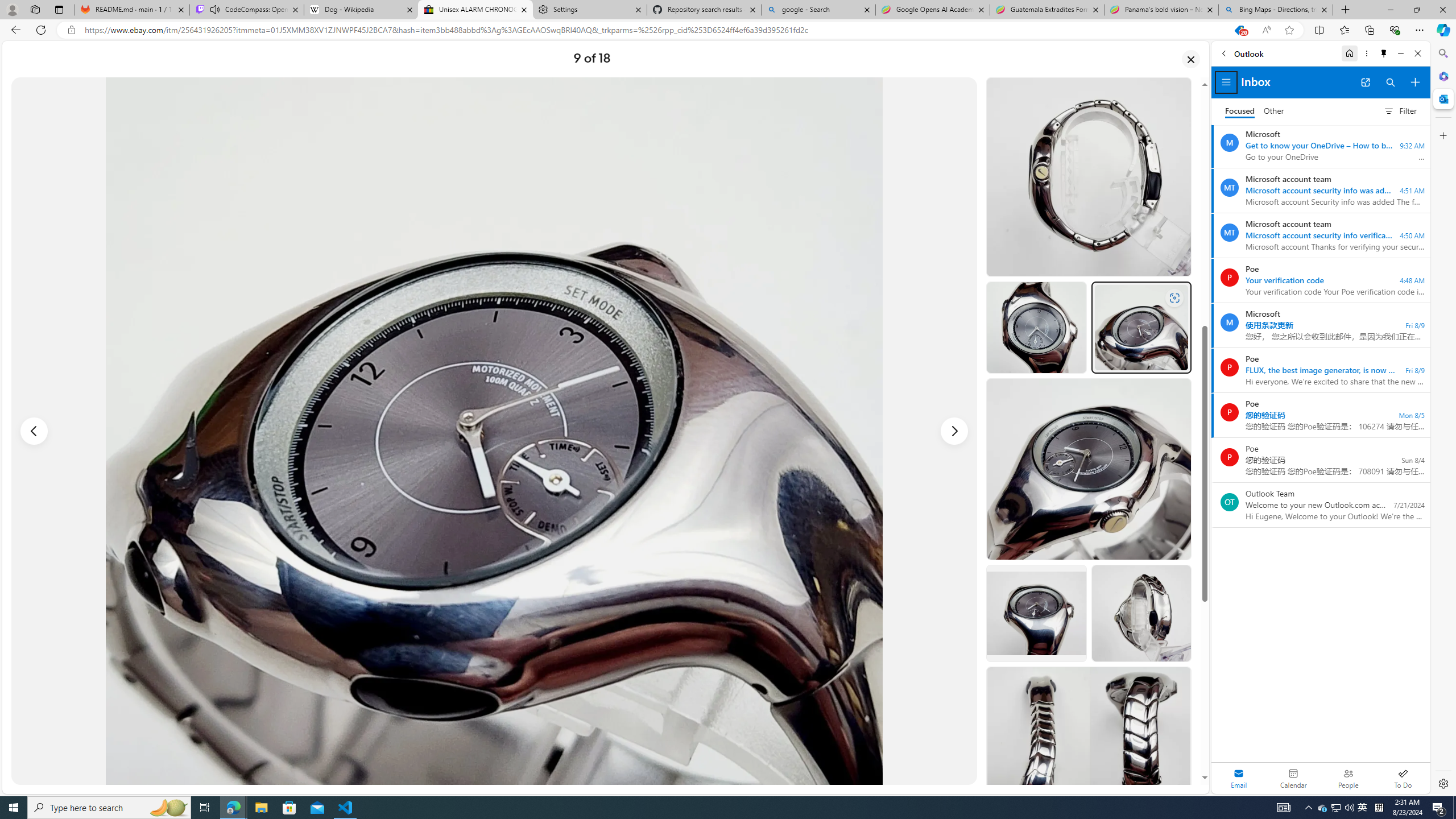 The height and width of the screenshot is (819, 1456). I want to click on 'Mute tab', so click(215, 9).